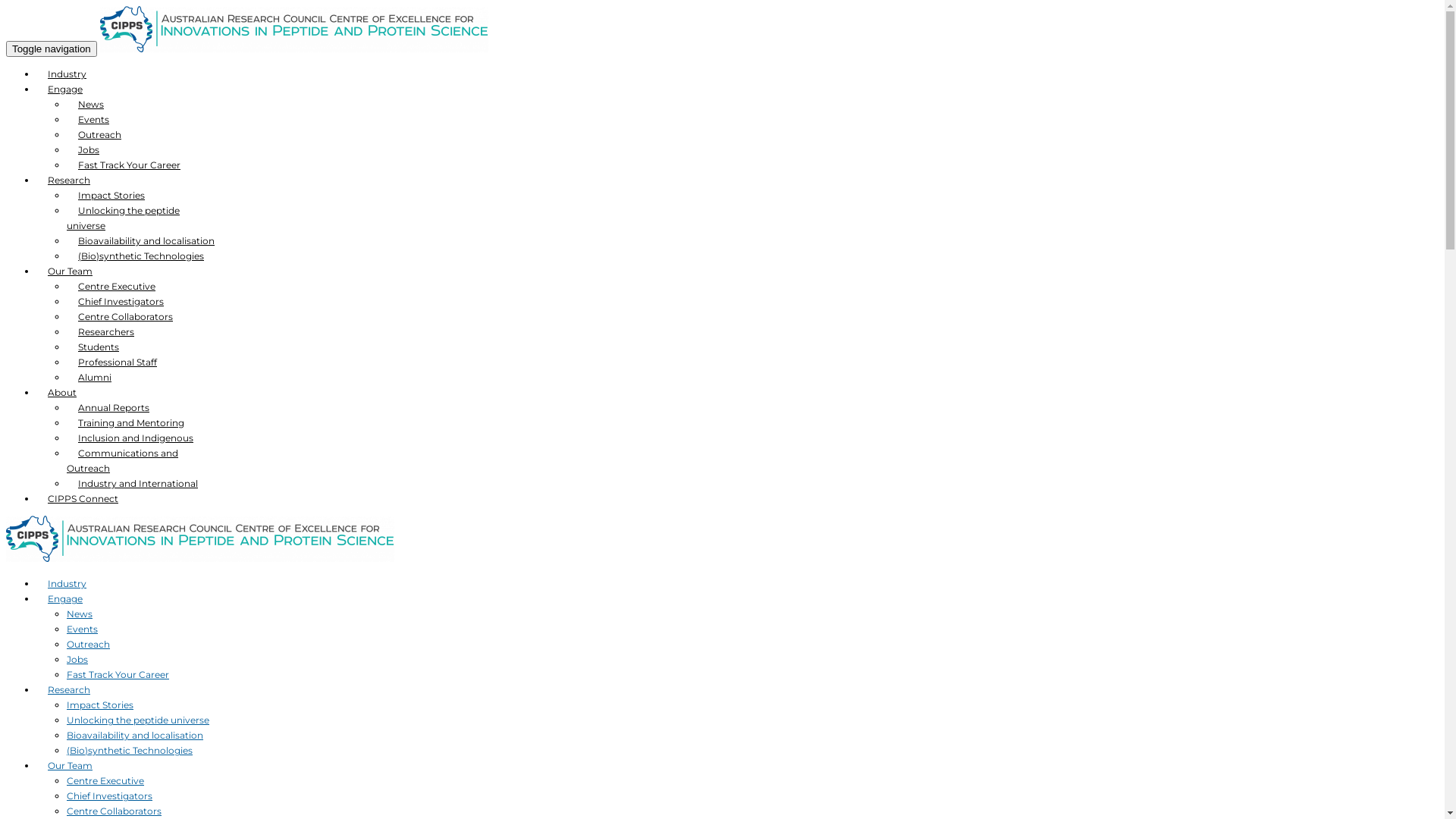 This screenshot has height=819, width=1456. Describe the element at coordinates (82, 498) in the screenshot. I see `'CIPPS Connect'` at that location.